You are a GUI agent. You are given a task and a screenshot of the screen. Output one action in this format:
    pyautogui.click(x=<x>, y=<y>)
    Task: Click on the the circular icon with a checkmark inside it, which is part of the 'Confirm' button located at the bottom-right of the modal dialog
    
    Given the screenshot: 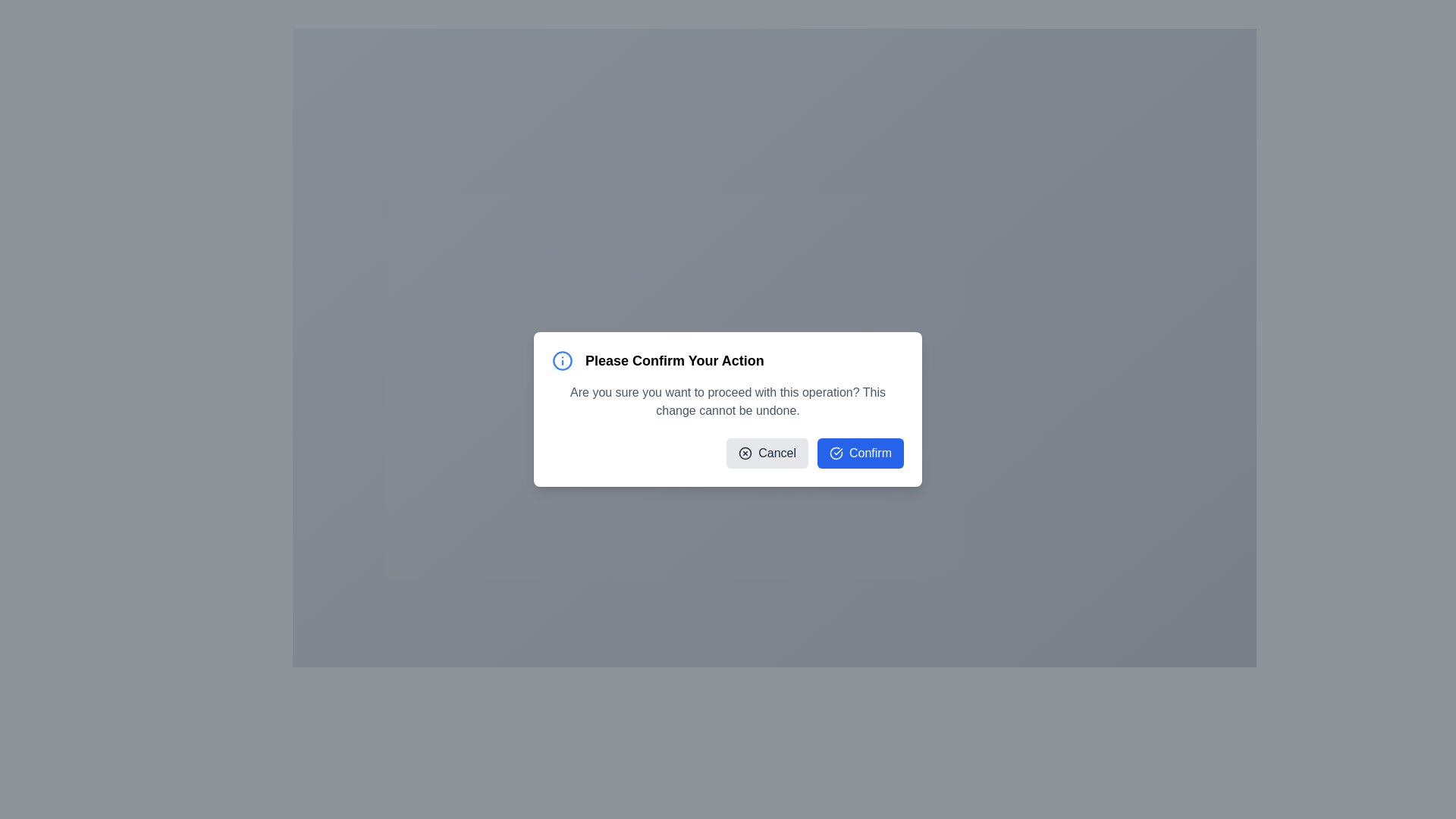 What is the action you would take?
    pyautogui.click(x=836, y=452)
    